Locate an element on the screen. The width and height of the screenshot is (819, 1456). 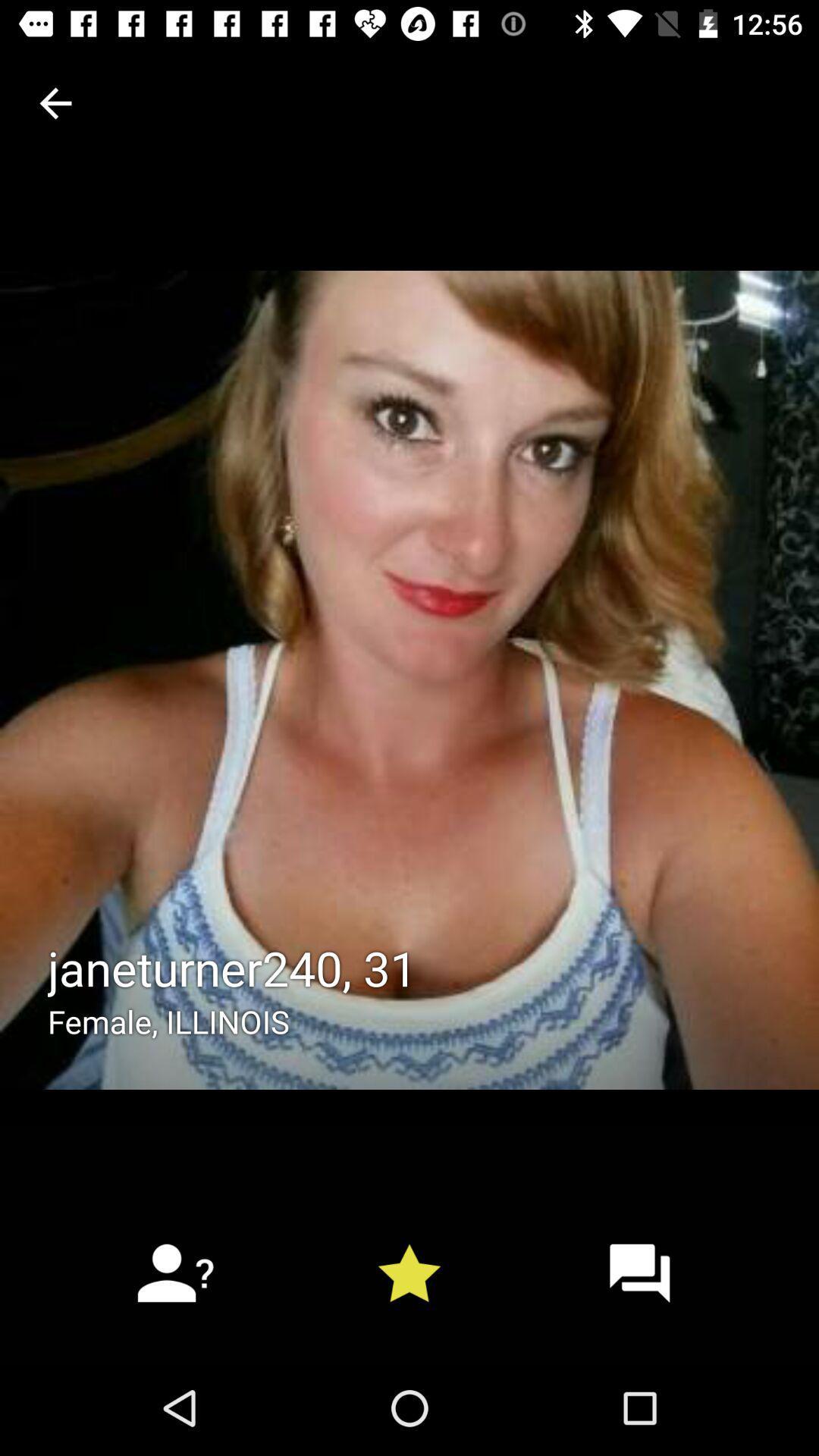
the chat icon is located at coordinates (639, 1272).